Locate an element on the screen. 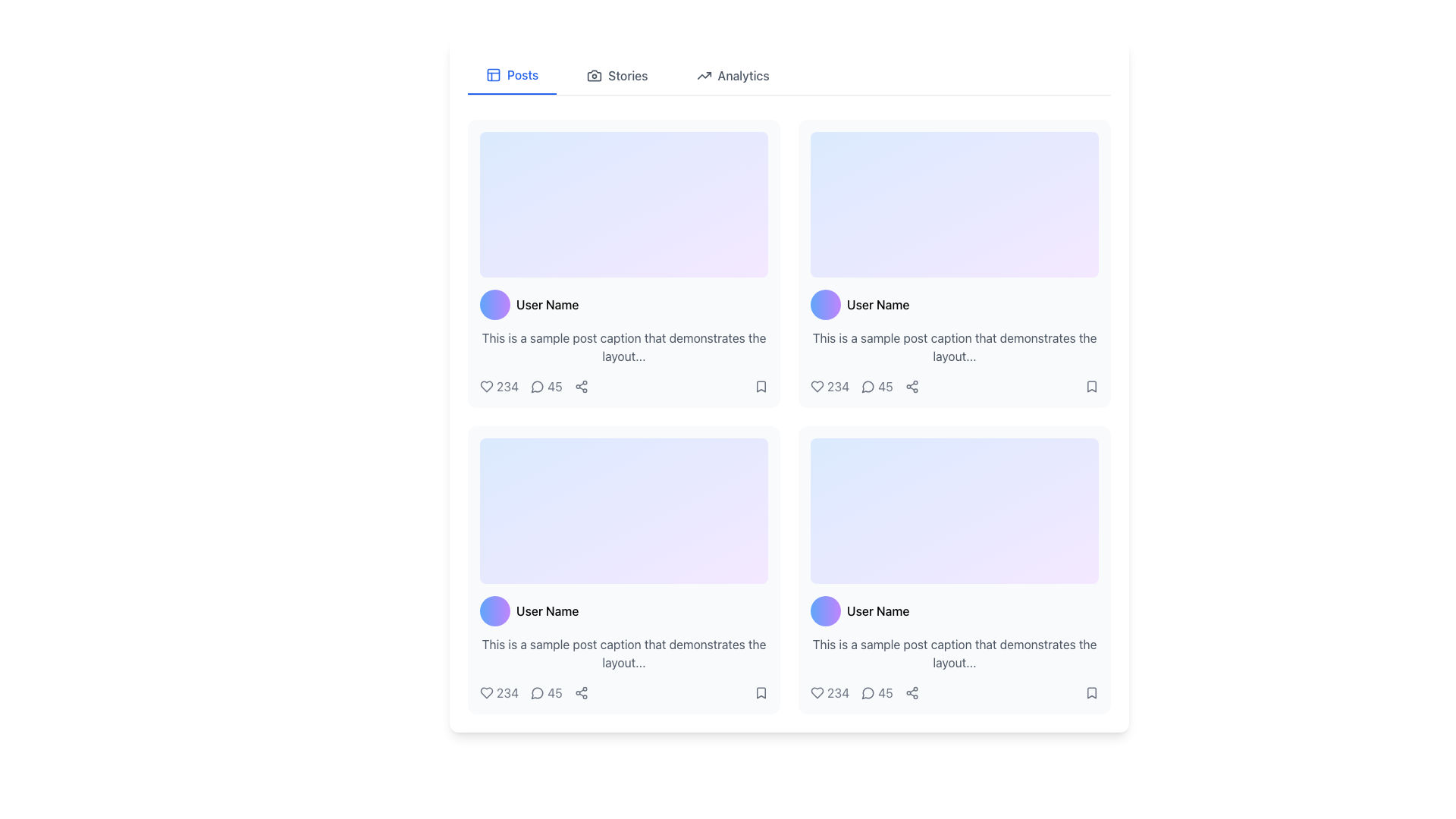  the like or favorite button located is located at coordinates (498, 385).